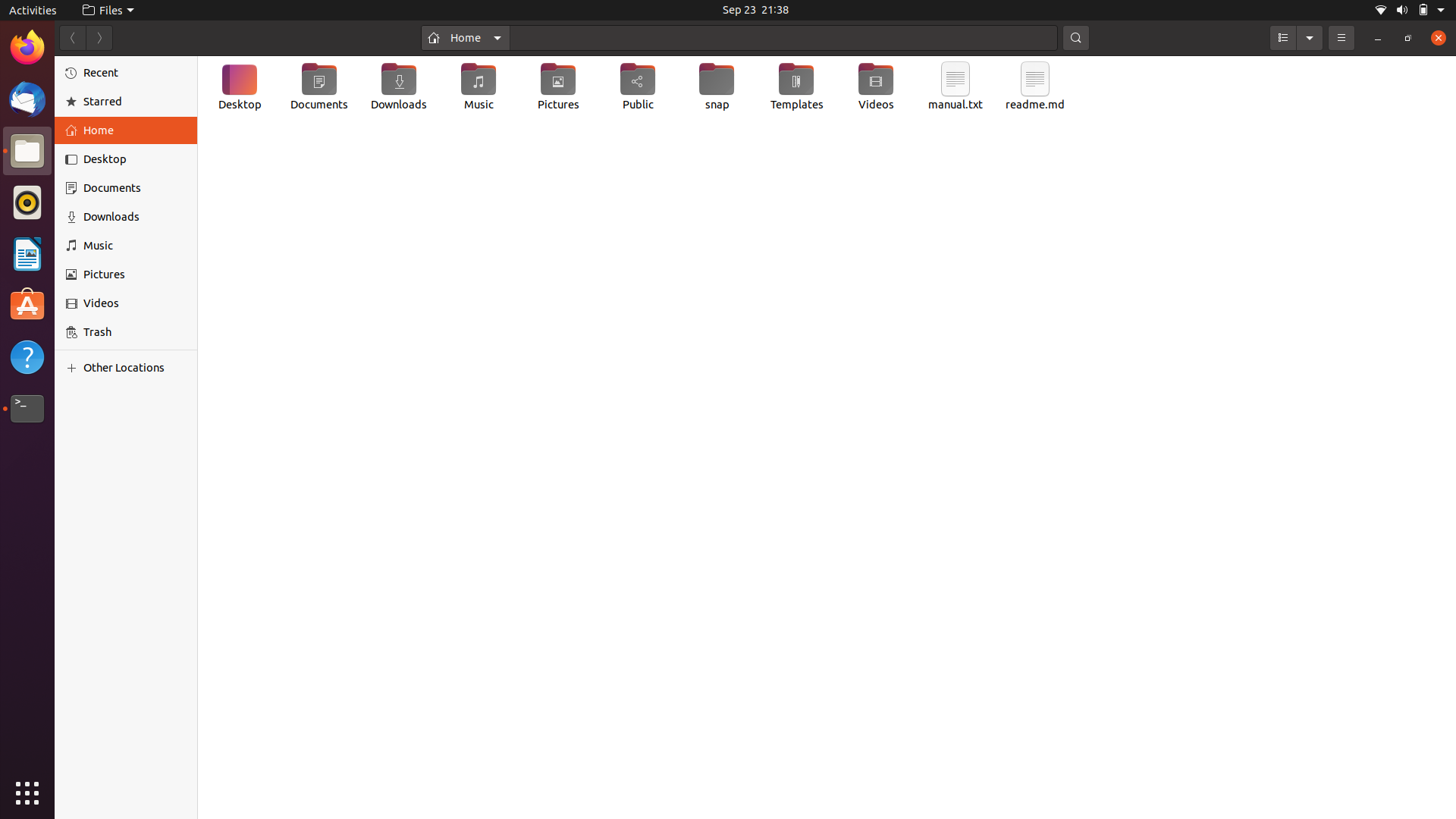 The image size is (1456, 819). What do you see at coordinates (128, 275) in the screenshot?
I see `Switch to the "Pictures" tab` at bounding box center [128, 275].